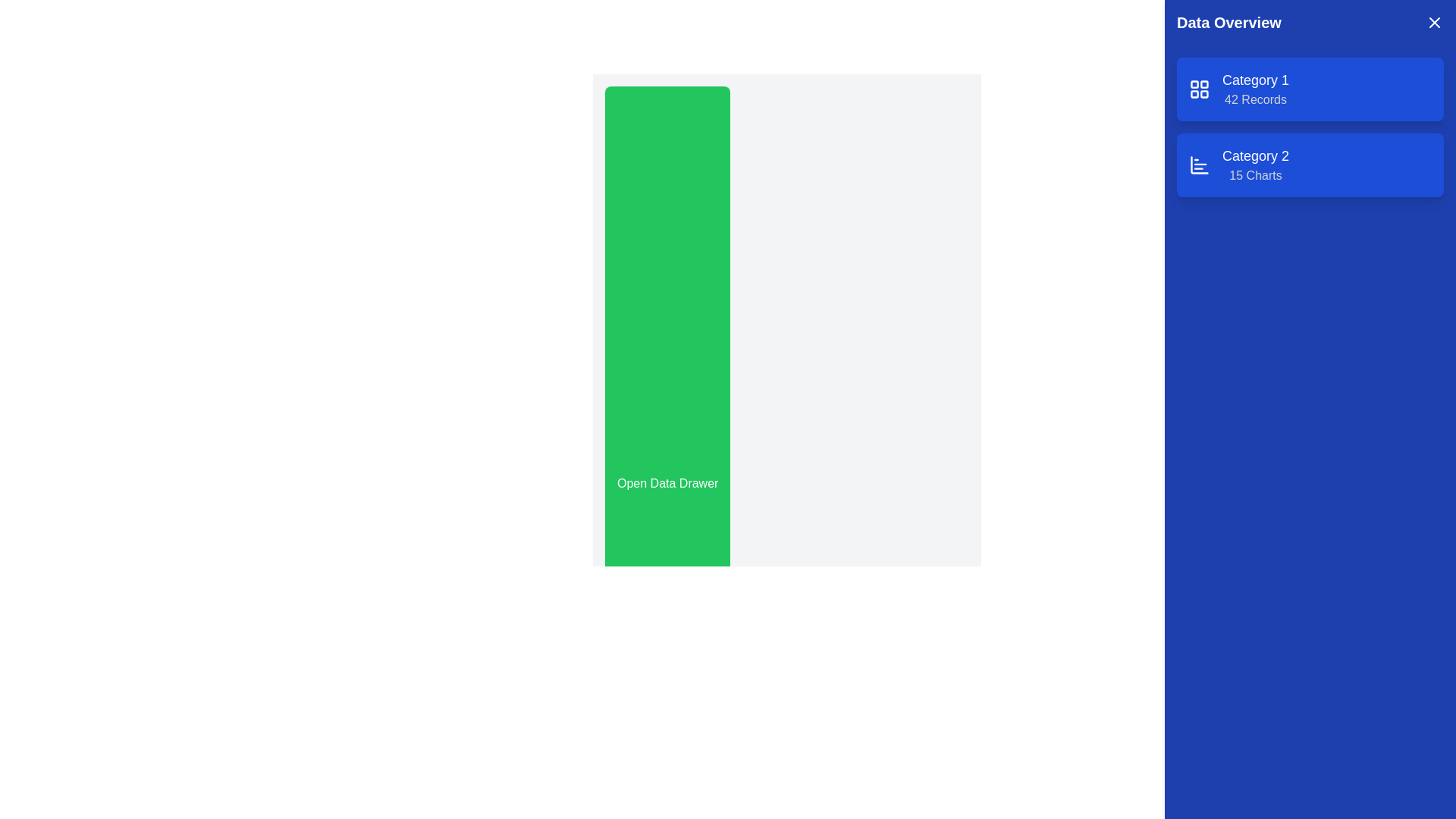 The image size is (1456, 819). I want to click on the category item corresponding to Category 2, so click(1256, 165).